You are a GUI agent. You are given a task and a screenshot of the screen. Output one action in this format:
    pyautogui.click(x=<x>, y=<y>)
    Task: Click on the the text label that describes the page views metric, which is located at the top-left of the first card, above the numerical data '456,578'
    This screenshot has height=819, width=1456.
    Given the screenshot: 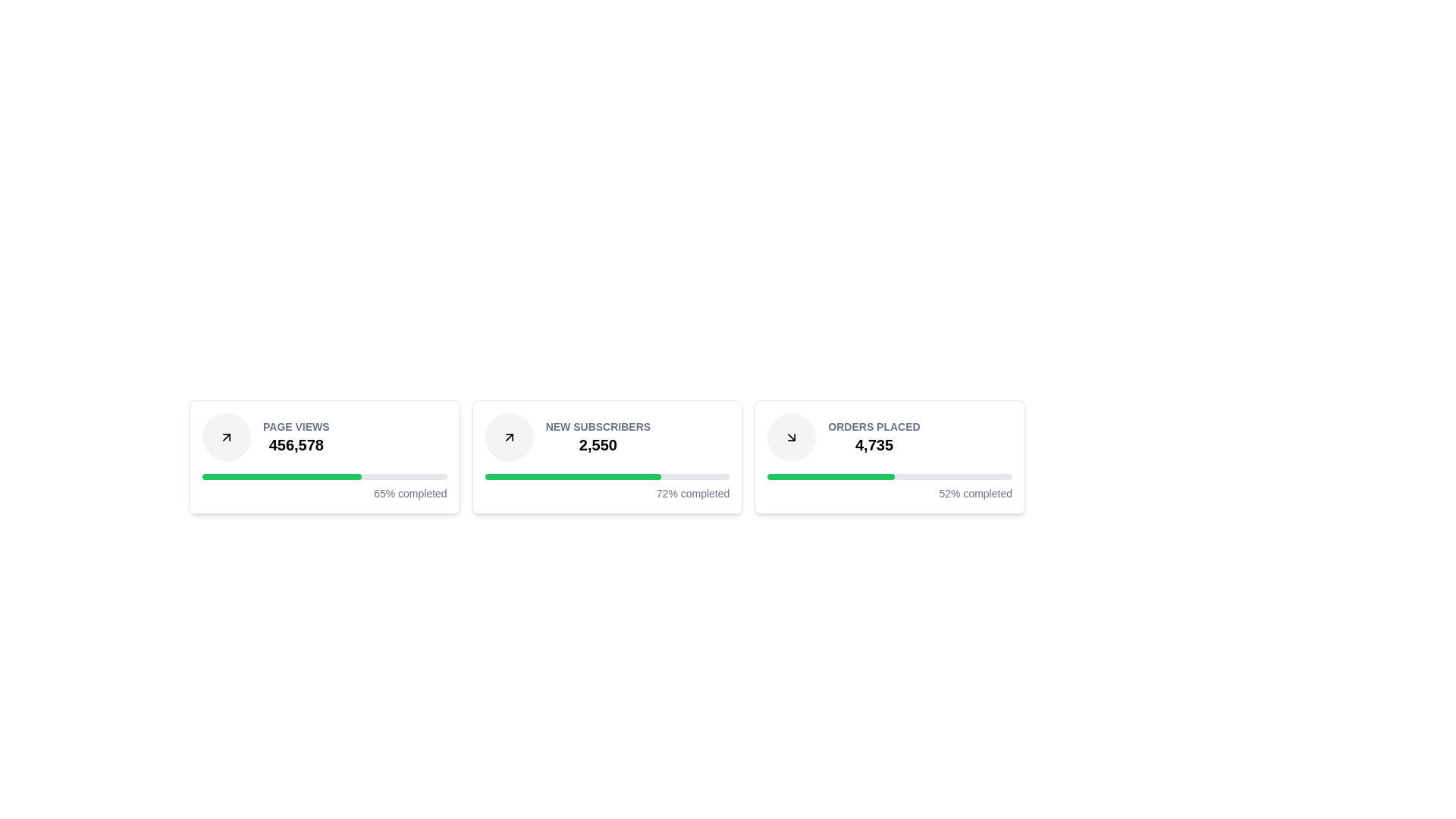 What is the action you would take?
    pyautogui.click(x=296, y=427)
    